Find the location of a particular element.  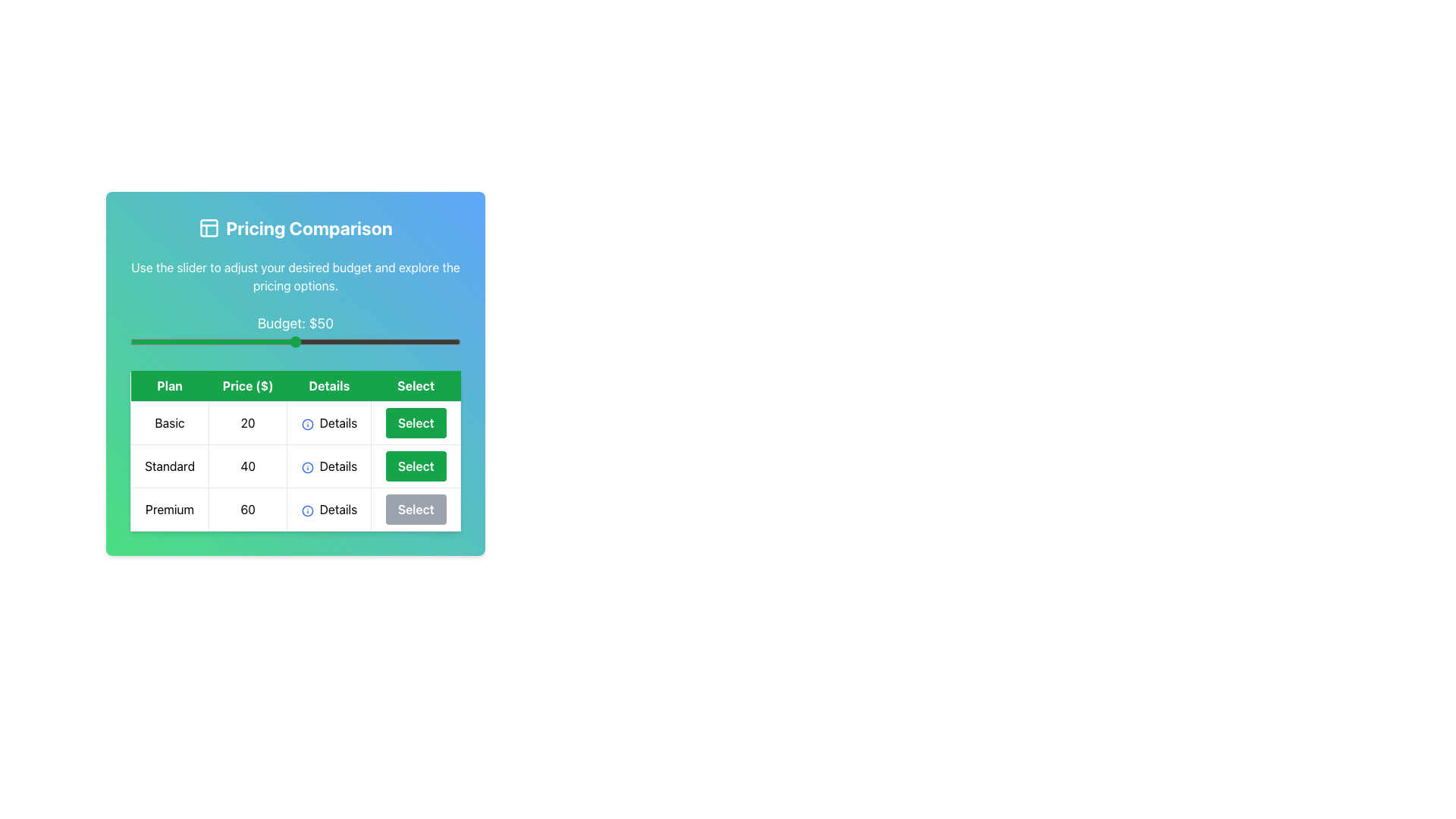

the budget is located at coordinates (225, 342).